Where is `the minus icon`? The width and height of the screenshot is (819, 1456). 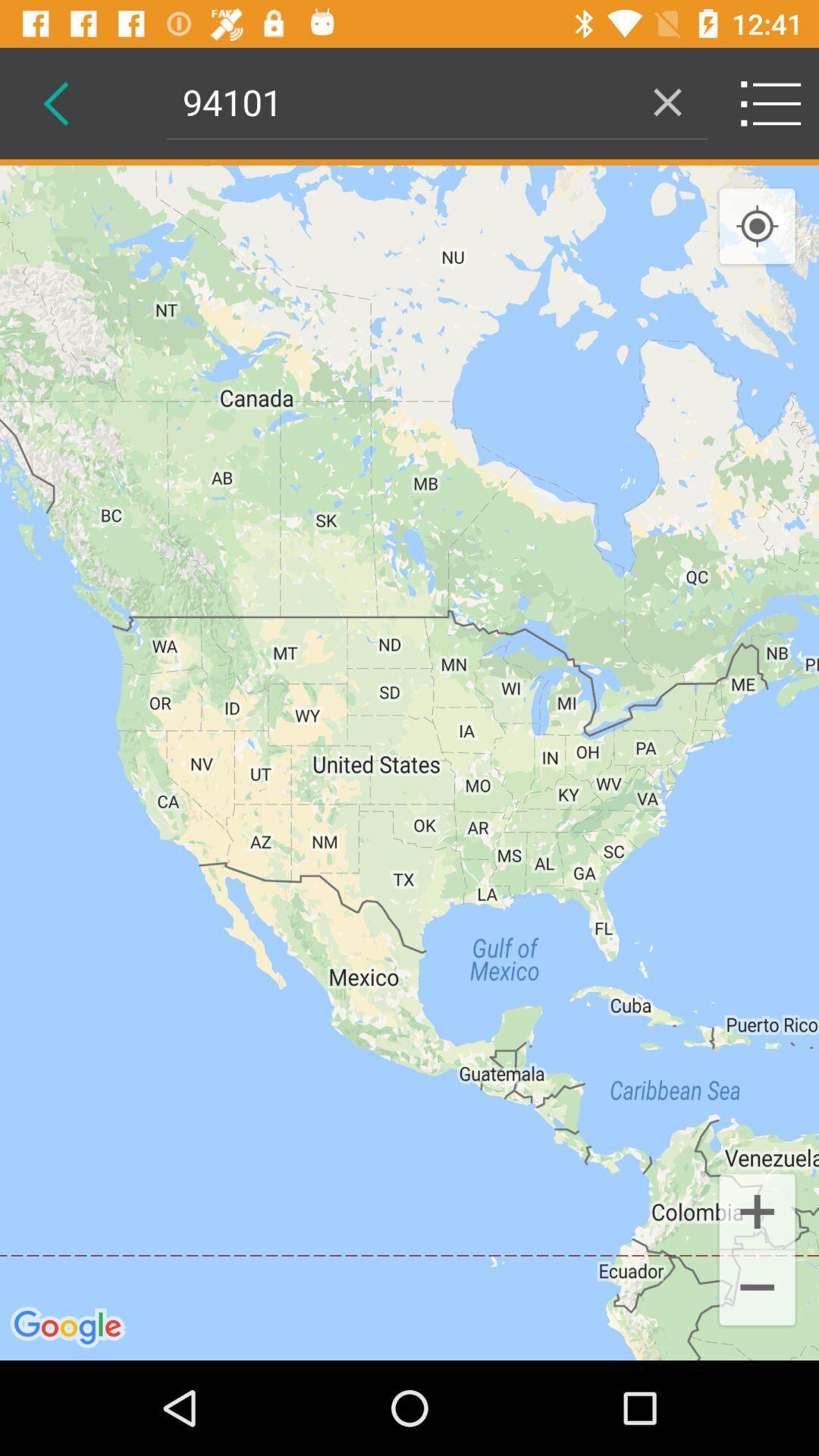 the minus icon is located at coordinates (757, 1288).